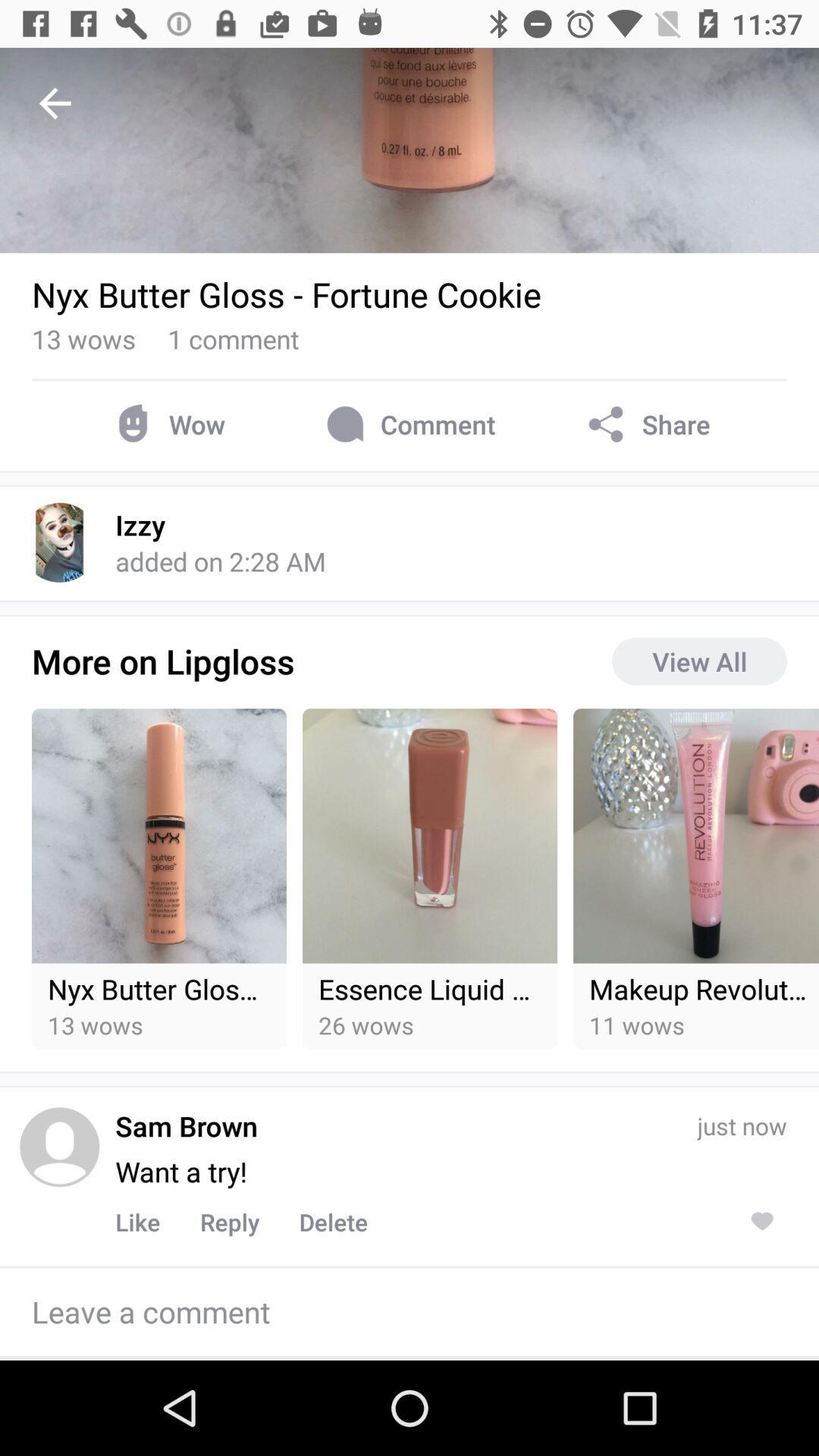  What do you see at coordinates (646, 424) in the screenshot?
I see `the icon at the top right corner` at bounding box center [646, 424].